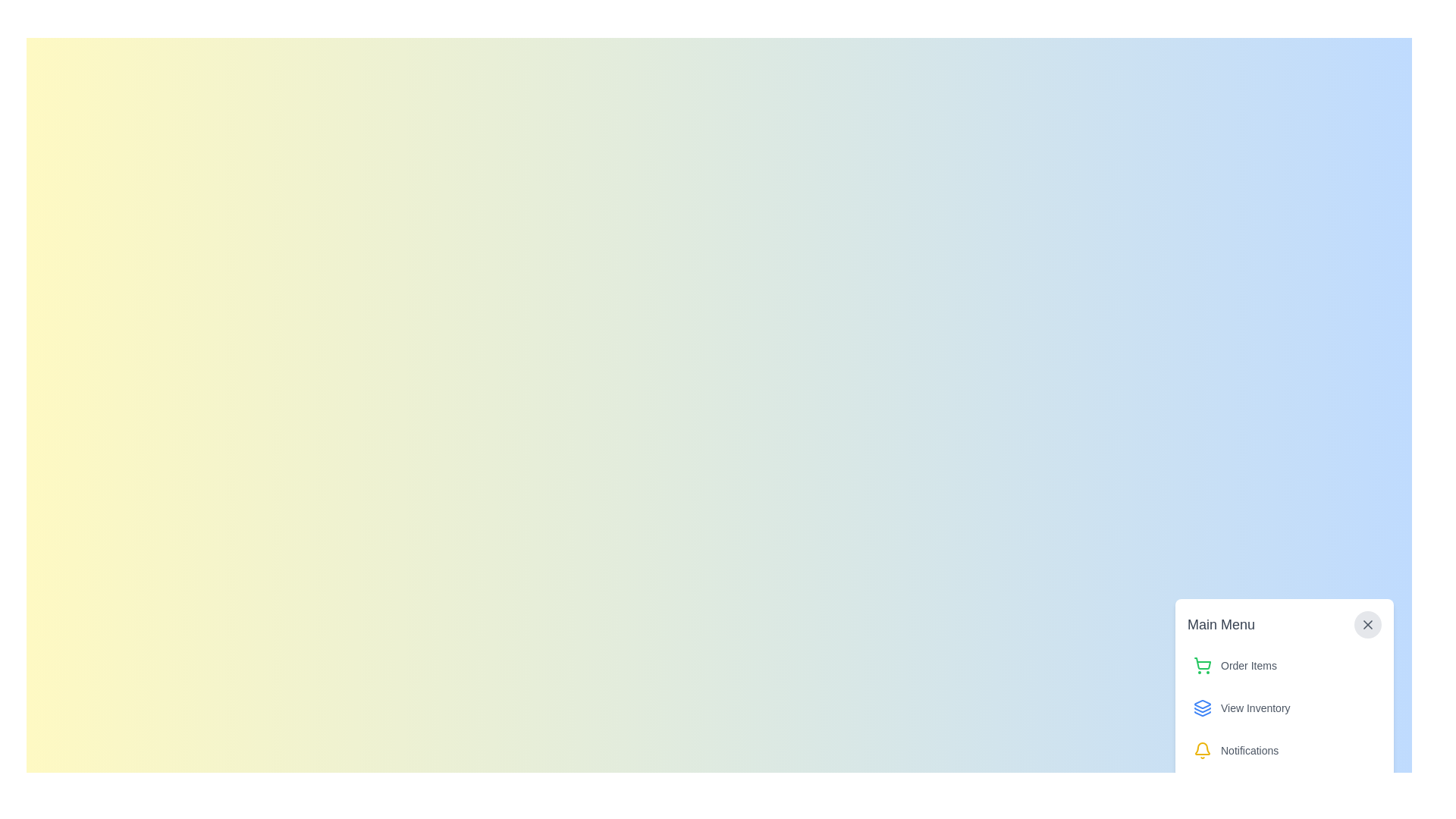  What do you see at coordinates (1284, 688) in the screenshot?
I see `the second menu item in the modal that allows access to the inventory view` at bounding box center [1284, 688].